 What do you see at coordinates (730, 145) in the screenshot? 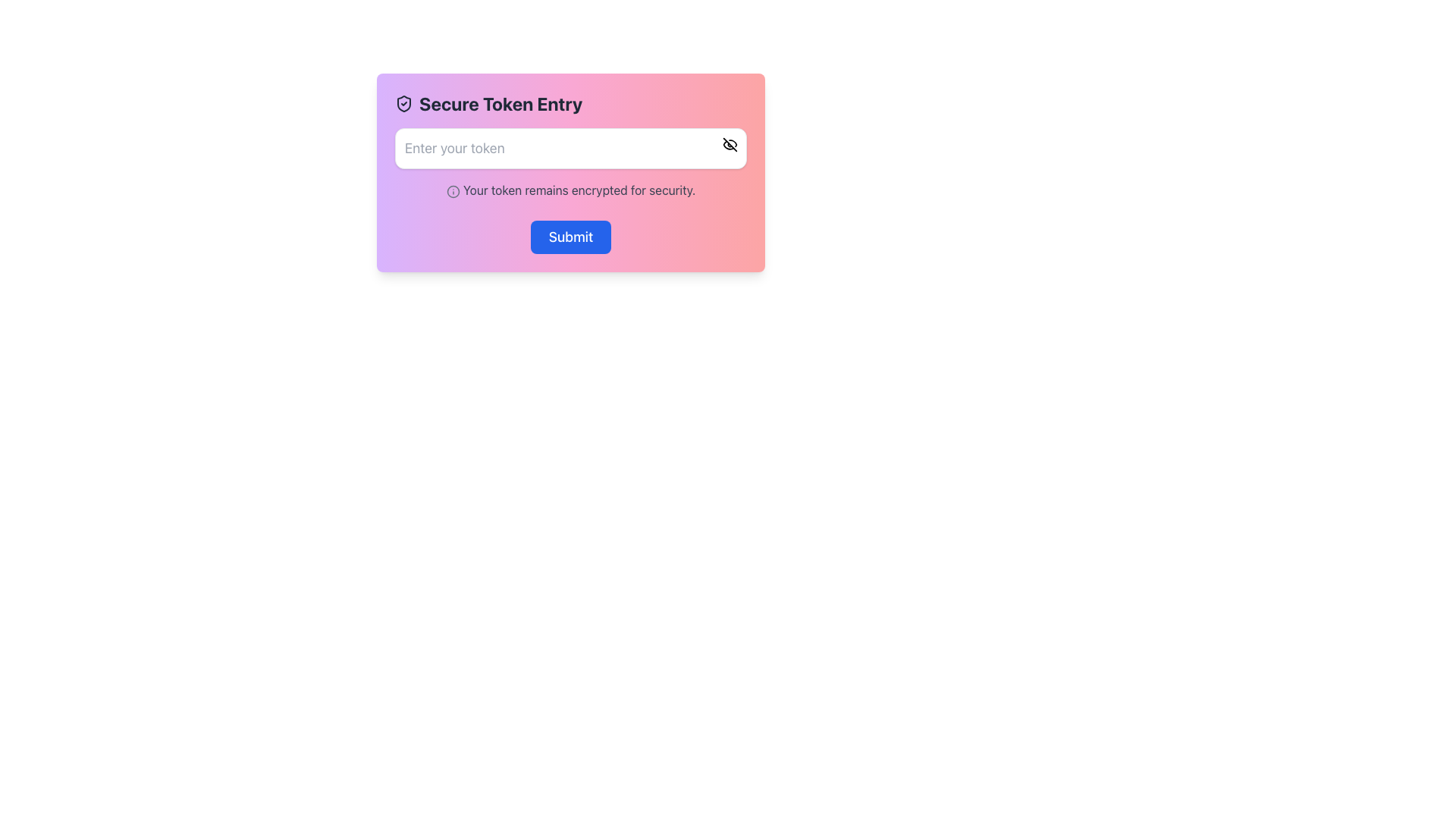
I see `the toggle button located at the top-right corner of the 'Enter your token' input field to switch the visibility of the entered token` at bounding box center [730, 145].